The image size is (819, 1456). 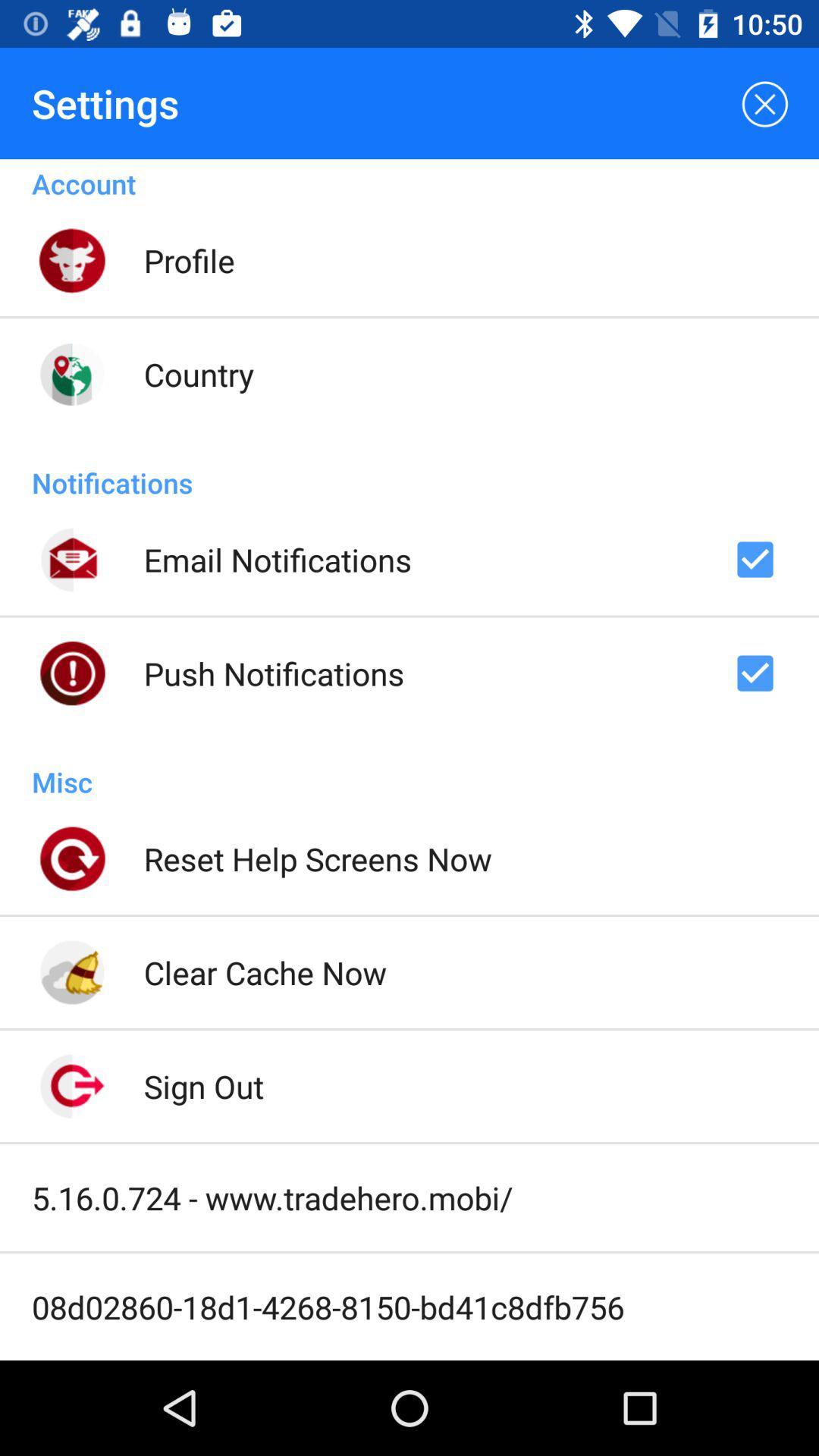 I want to click on the account item, so click(x=409, y=180).